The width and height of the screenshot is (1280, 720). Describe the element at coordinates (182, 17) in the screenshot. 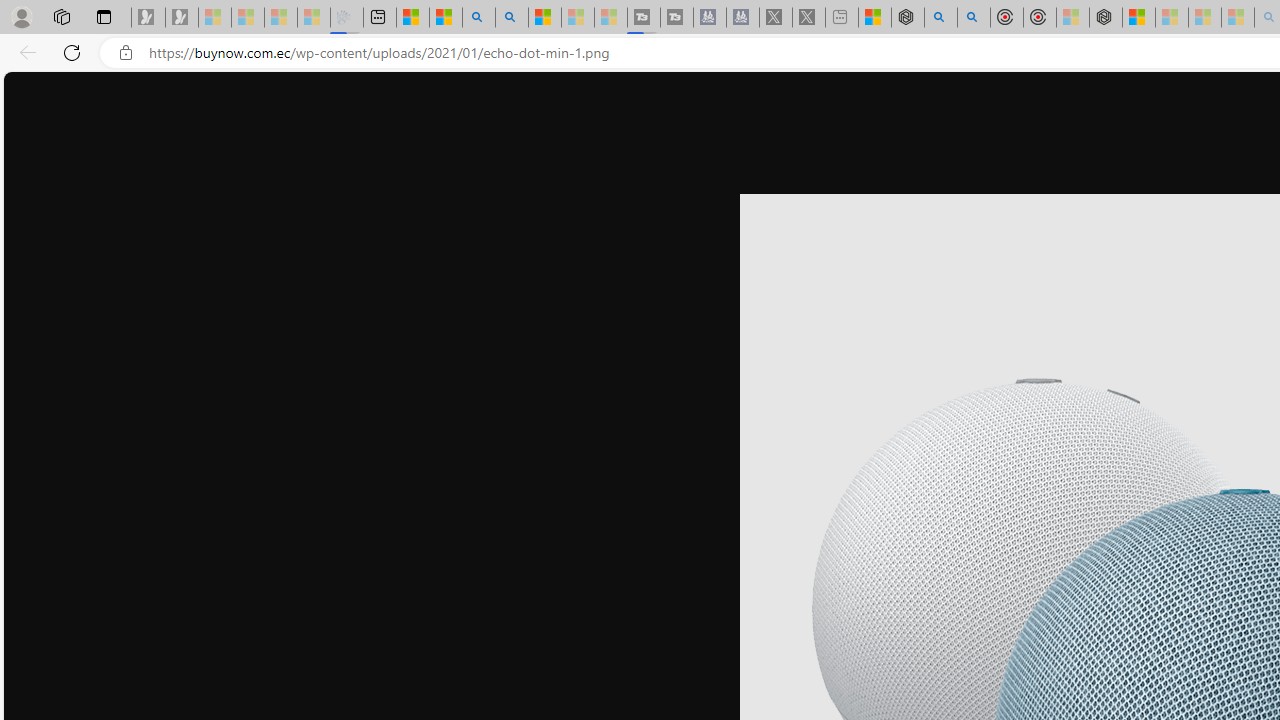

I see `'Newsletter Sign Up - Sleeping'` at that location.